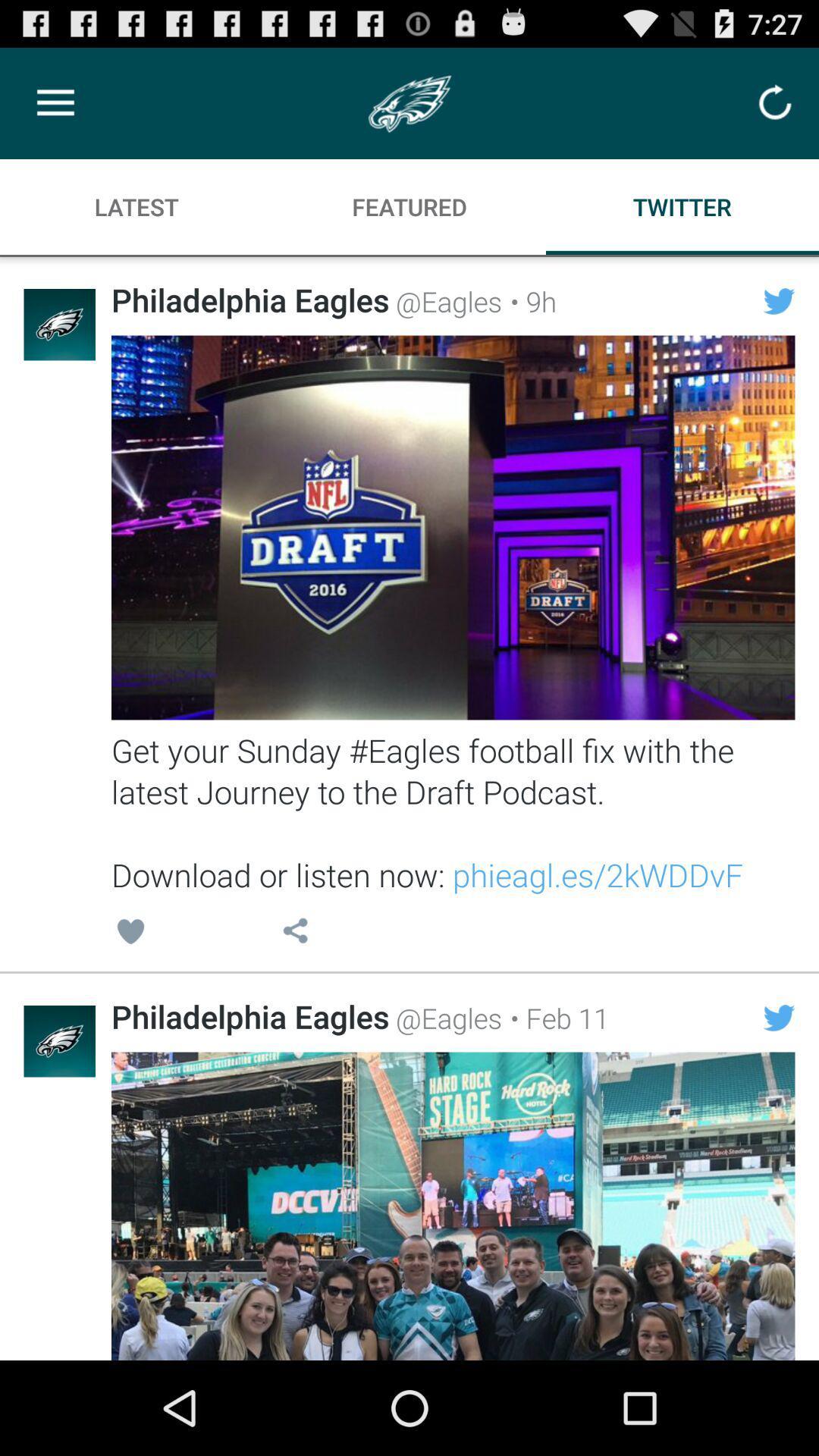 The width and height of the screenshot is (819, 1456). I want to click on open picture in bigger view, so click(452, 1205).